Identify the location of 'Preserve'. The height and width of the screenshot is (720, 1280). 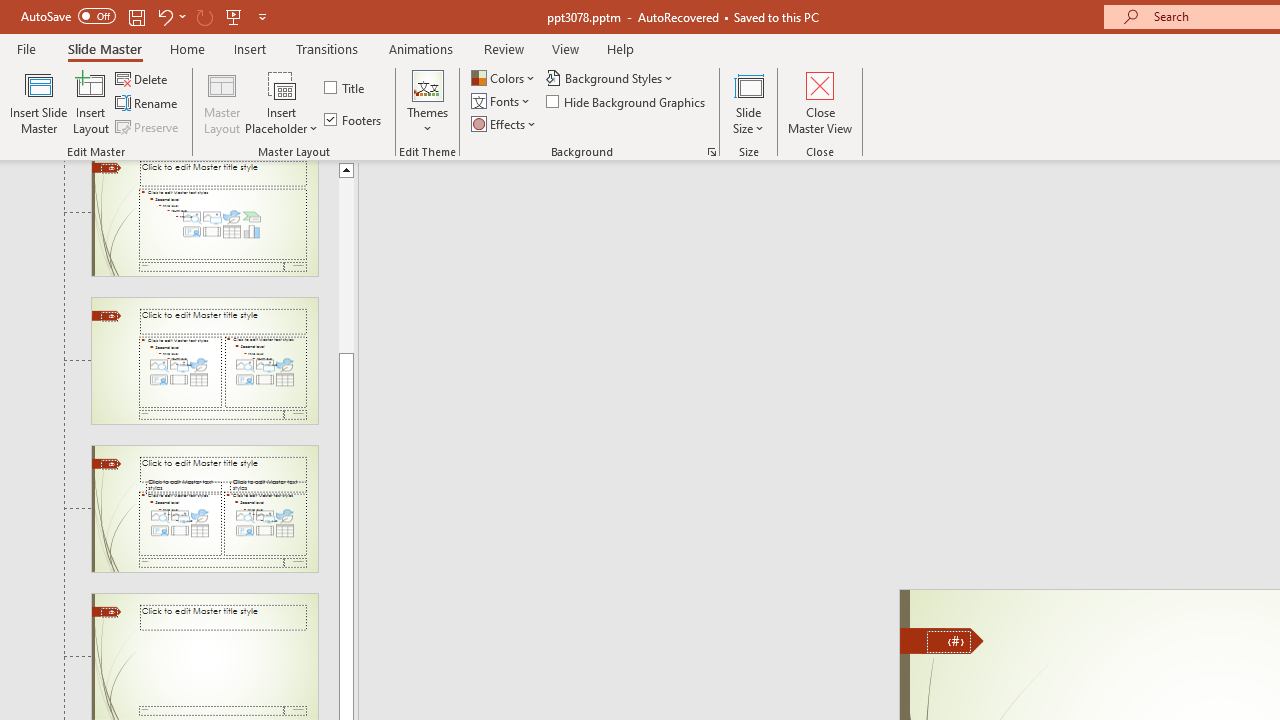
(148, 127).